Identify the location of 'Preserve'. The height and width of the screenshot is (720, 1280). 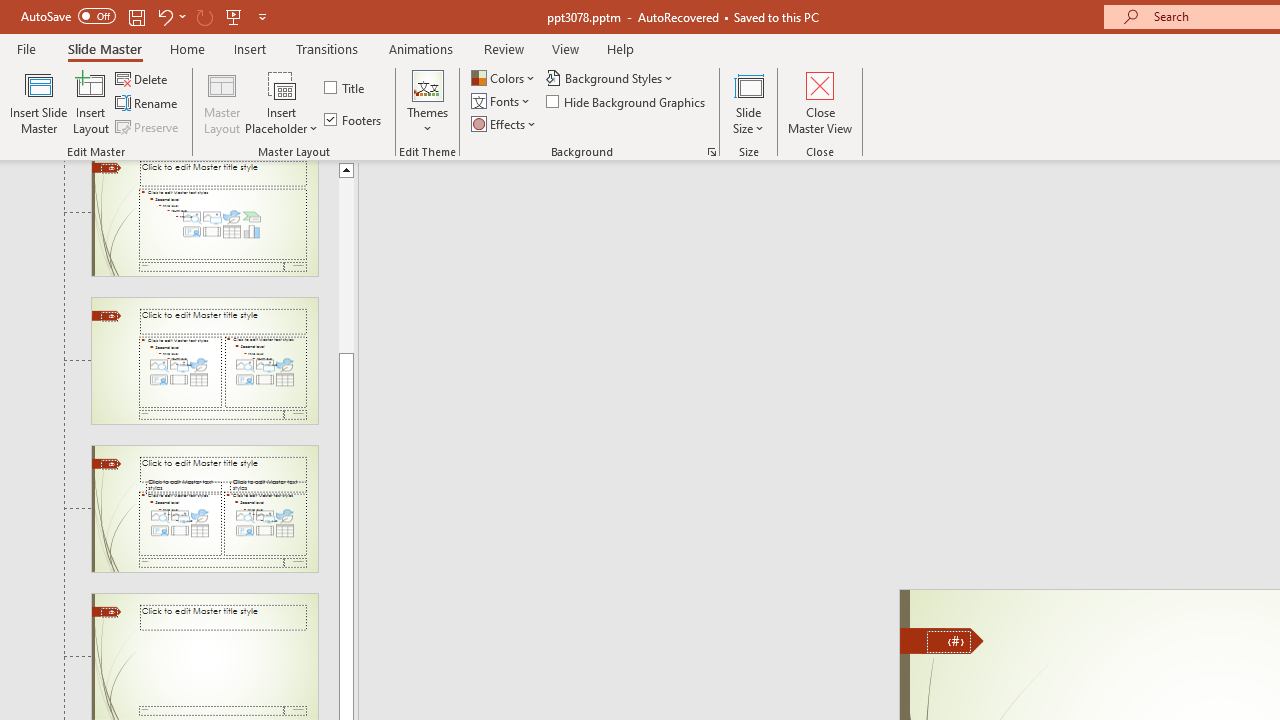
(148, 127).